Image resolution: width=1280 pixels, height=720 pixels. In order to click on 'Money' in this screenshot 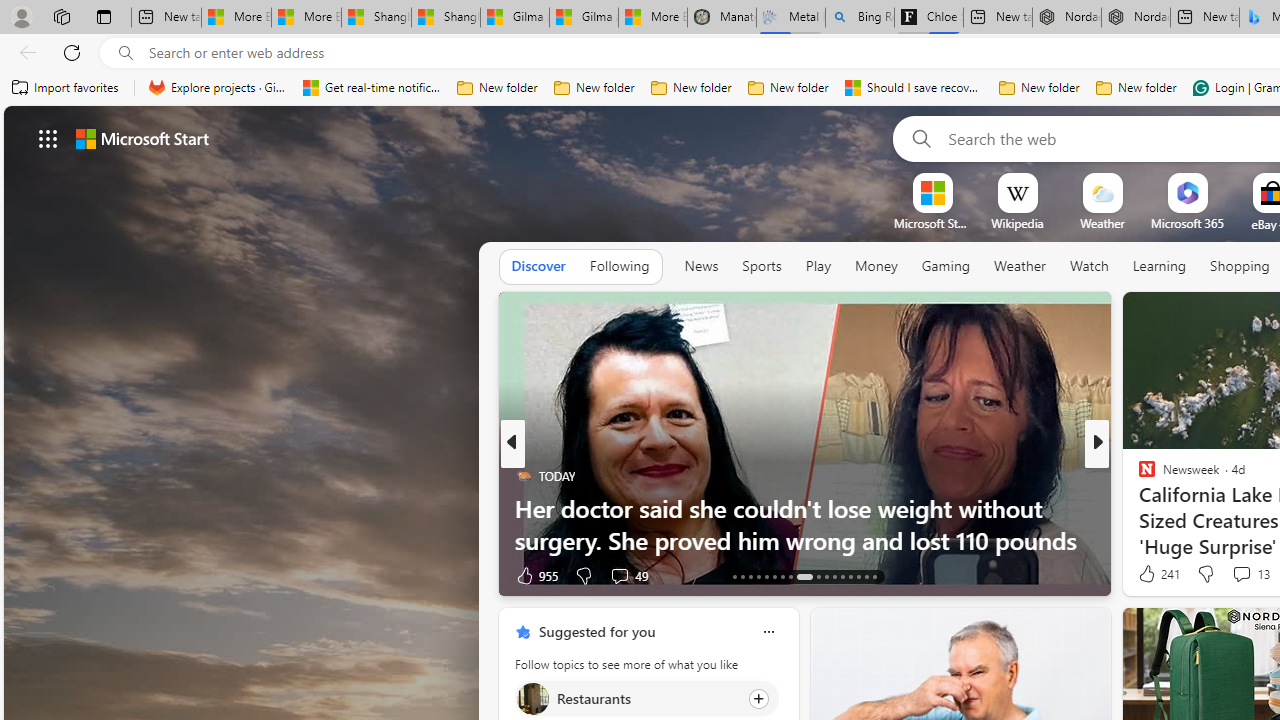, I will do `click(876, 265)`.